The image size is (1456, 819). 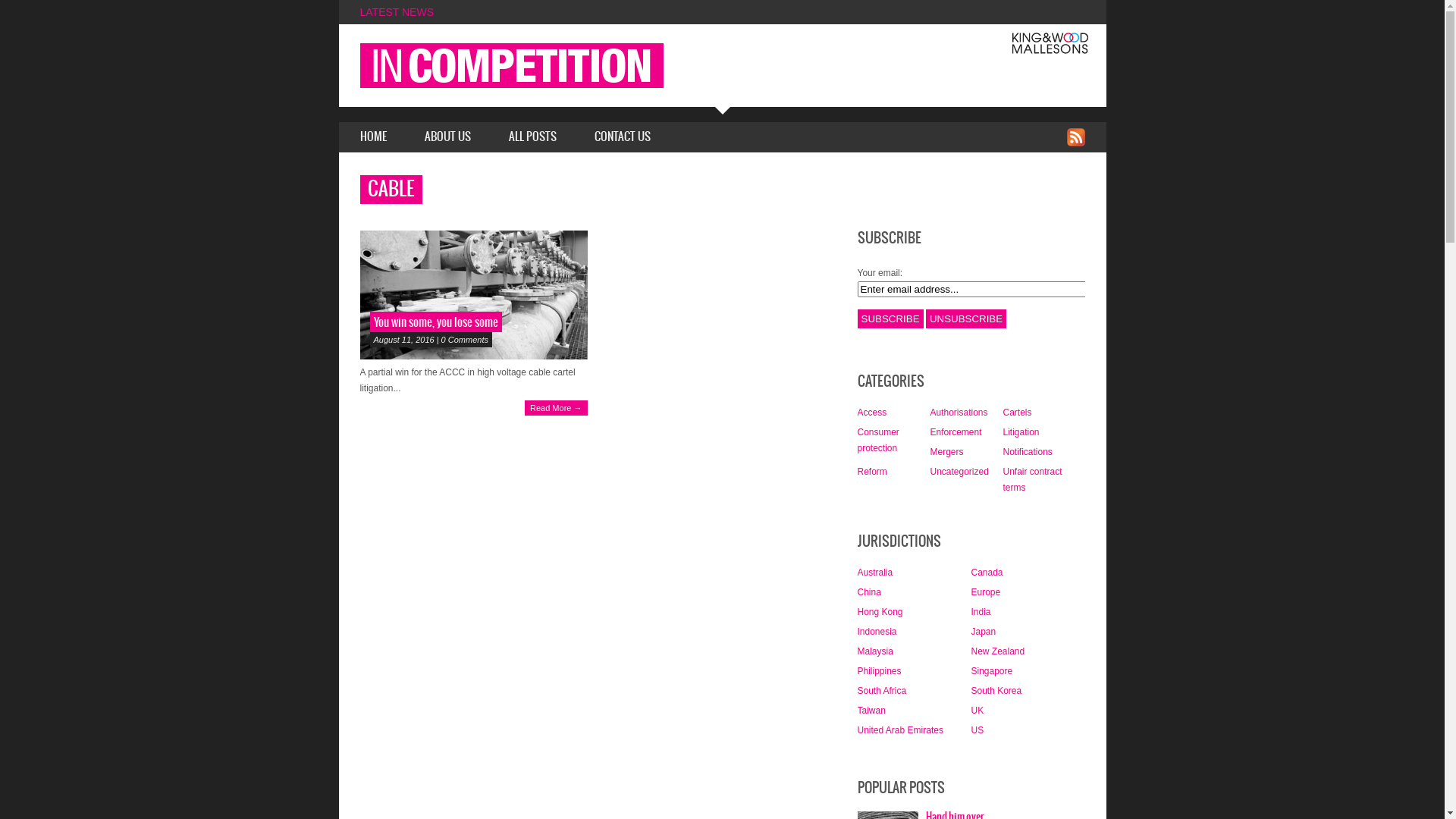 I want to click on 'You win some, you lose some', so click(x=472, y=295).